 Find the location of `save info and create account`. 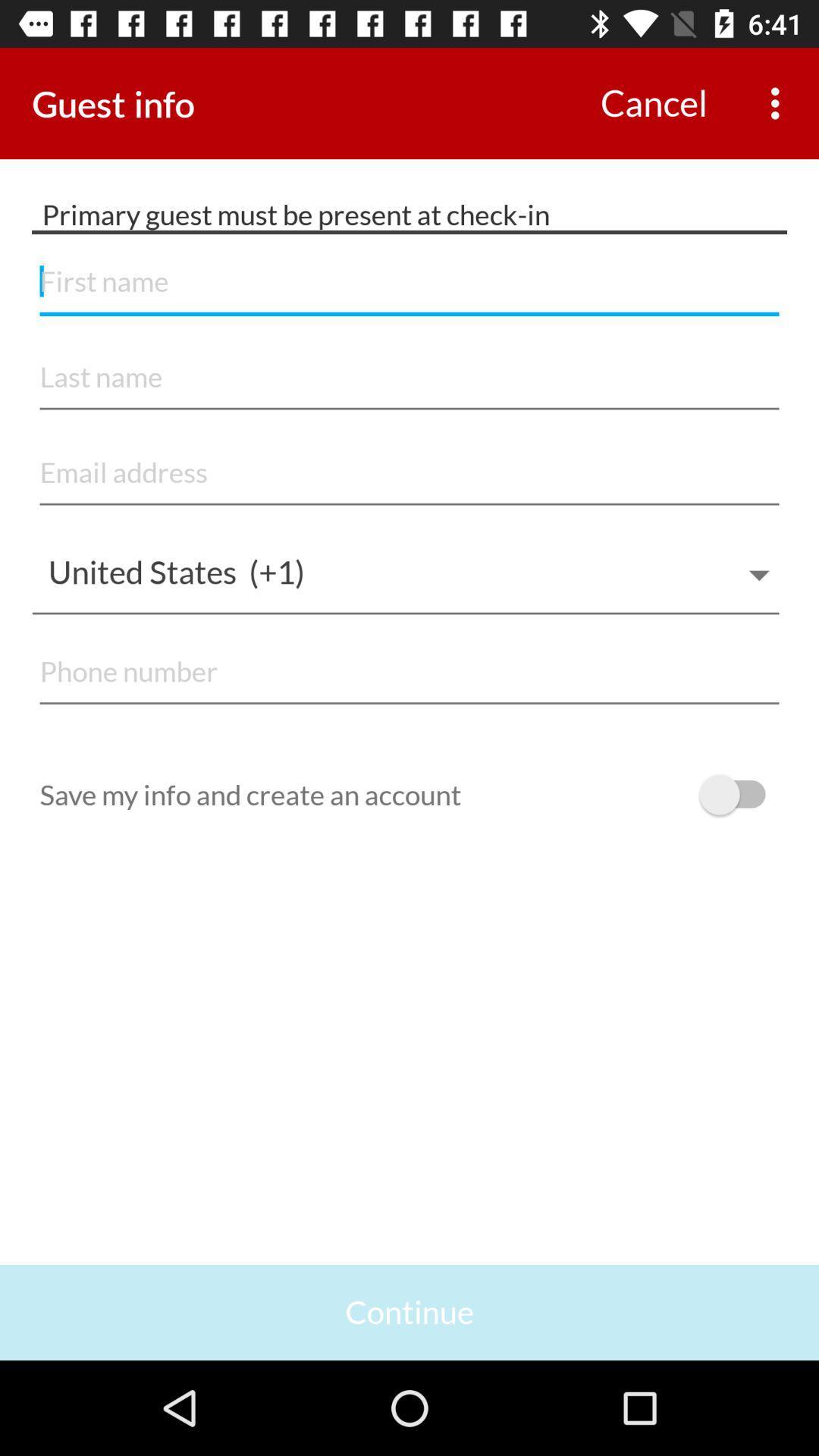

save info and create account is located at coordinates (739, 794).